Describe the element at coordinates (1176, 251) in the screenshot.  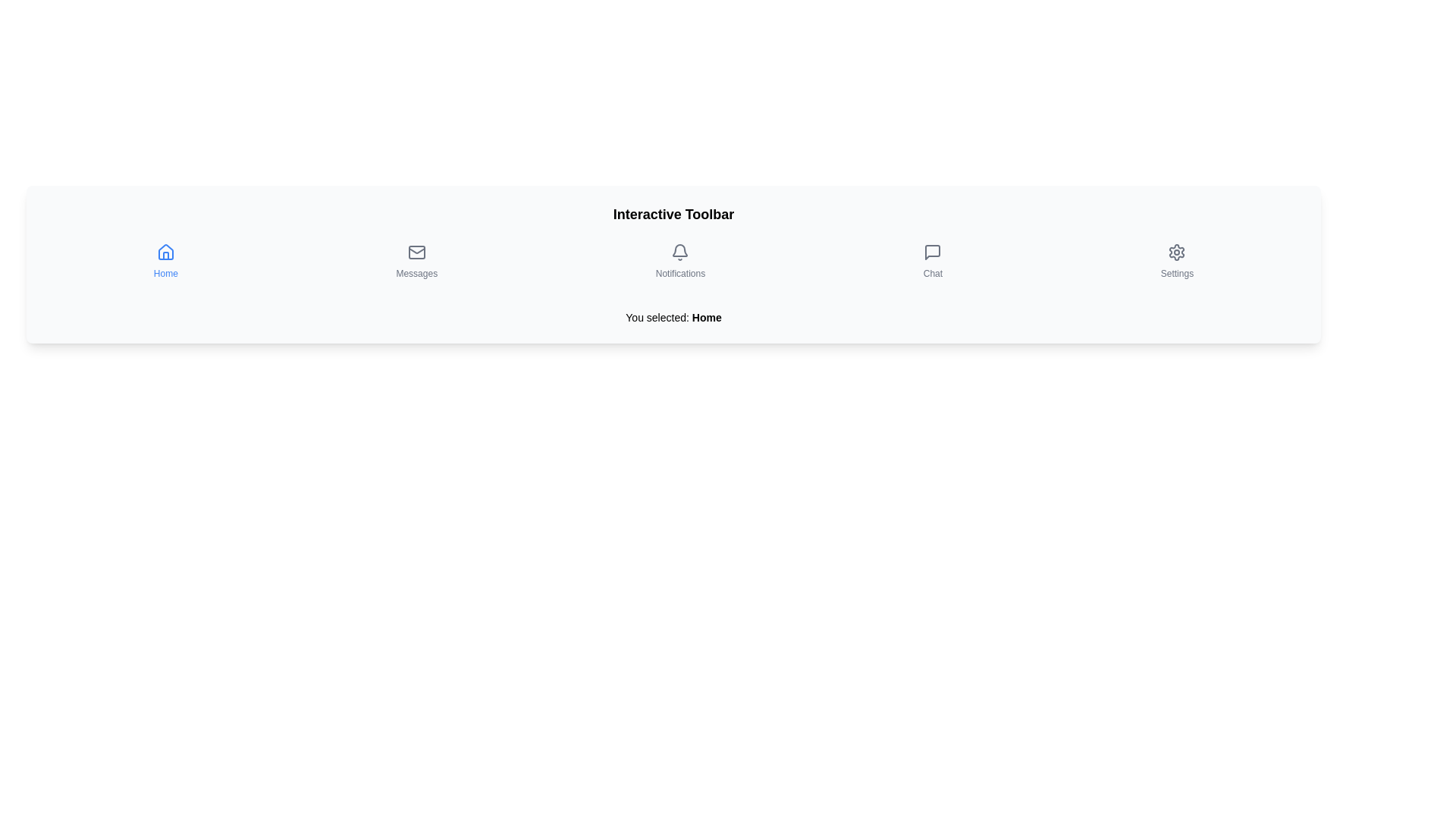
I see `the gear icon located in the 'Settings' section of the bottom navigation bar` at that location.